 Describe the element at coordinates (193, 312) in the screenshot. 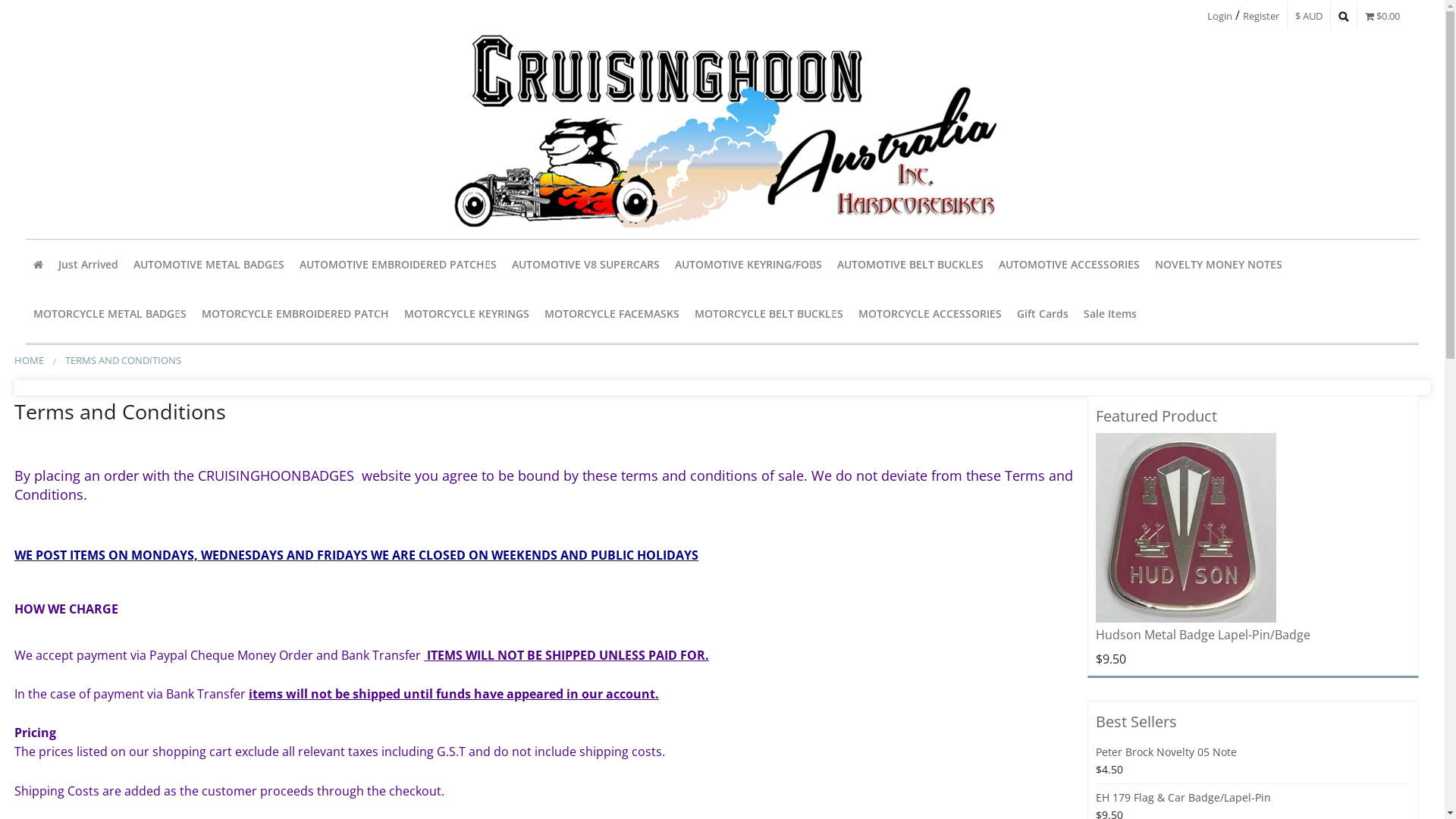

I see `'MOTORCYCLE EMBROIDERED PATCH'` at that location.